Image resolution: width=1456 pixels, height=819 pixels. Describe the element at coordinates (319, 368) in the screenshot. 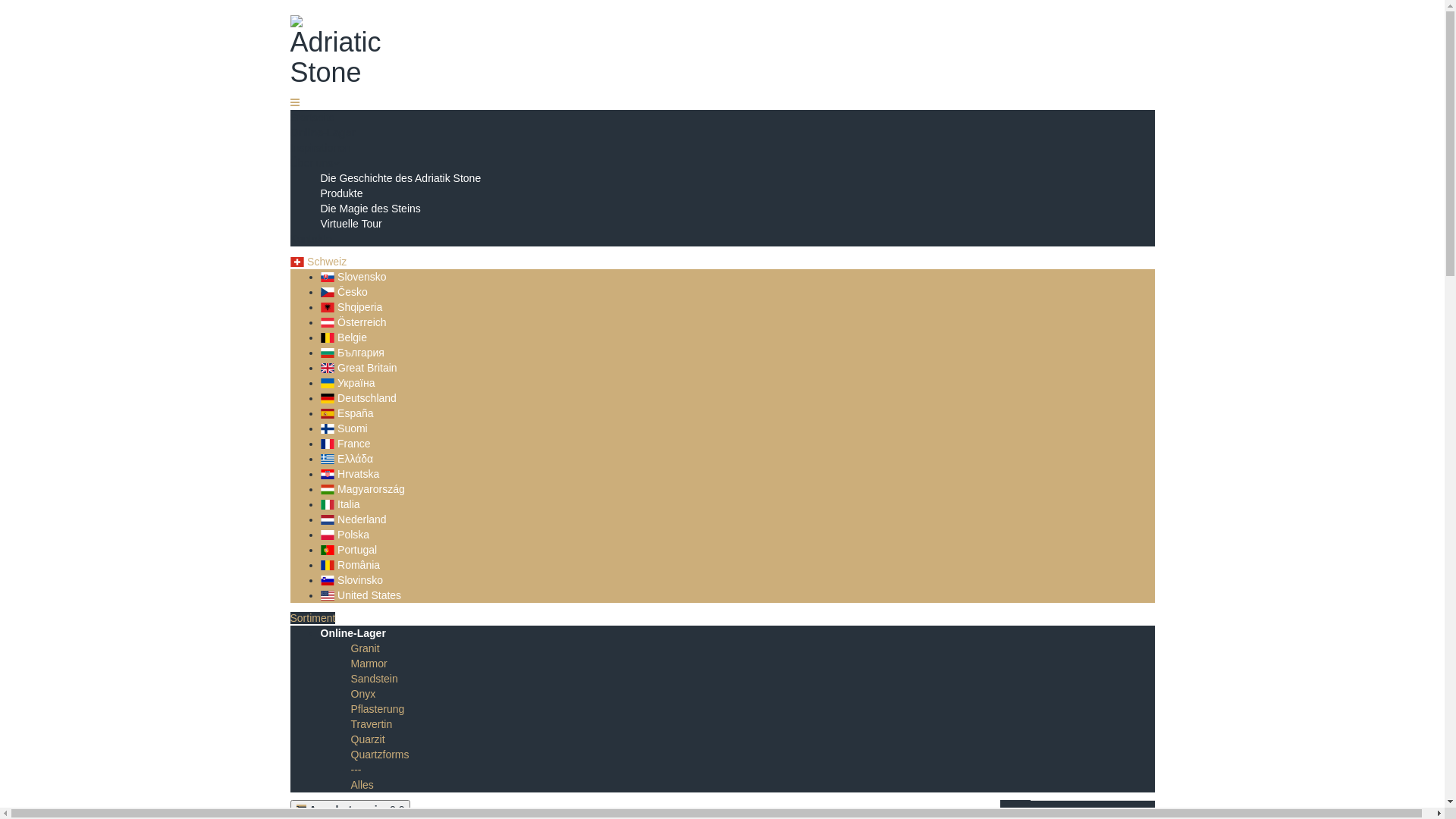

I see `' Great Britain'` at that location.